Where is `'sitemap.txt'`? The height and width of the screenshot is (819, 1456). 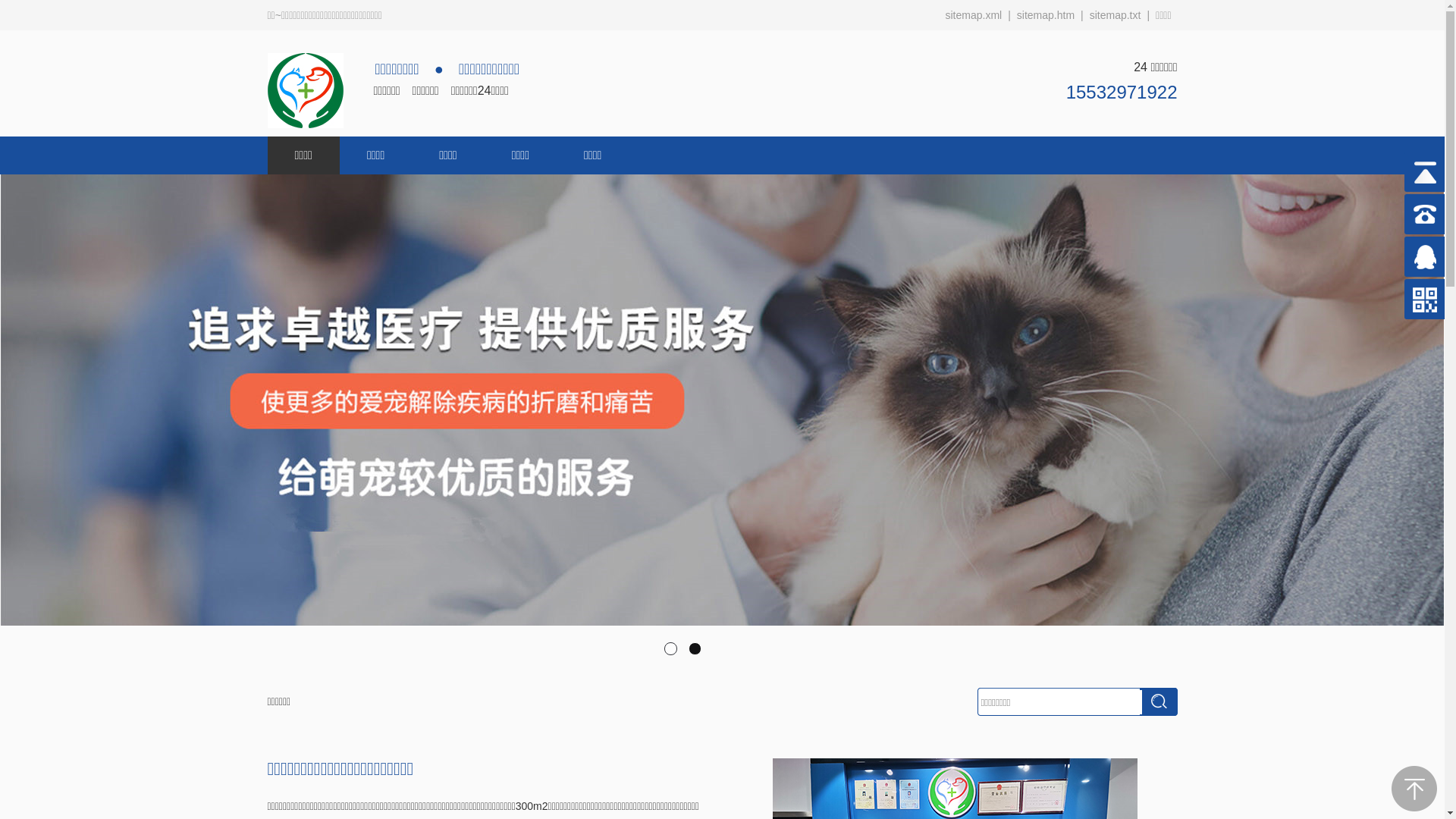
'sitemap.txt' is located at coordinates (1115, 14).